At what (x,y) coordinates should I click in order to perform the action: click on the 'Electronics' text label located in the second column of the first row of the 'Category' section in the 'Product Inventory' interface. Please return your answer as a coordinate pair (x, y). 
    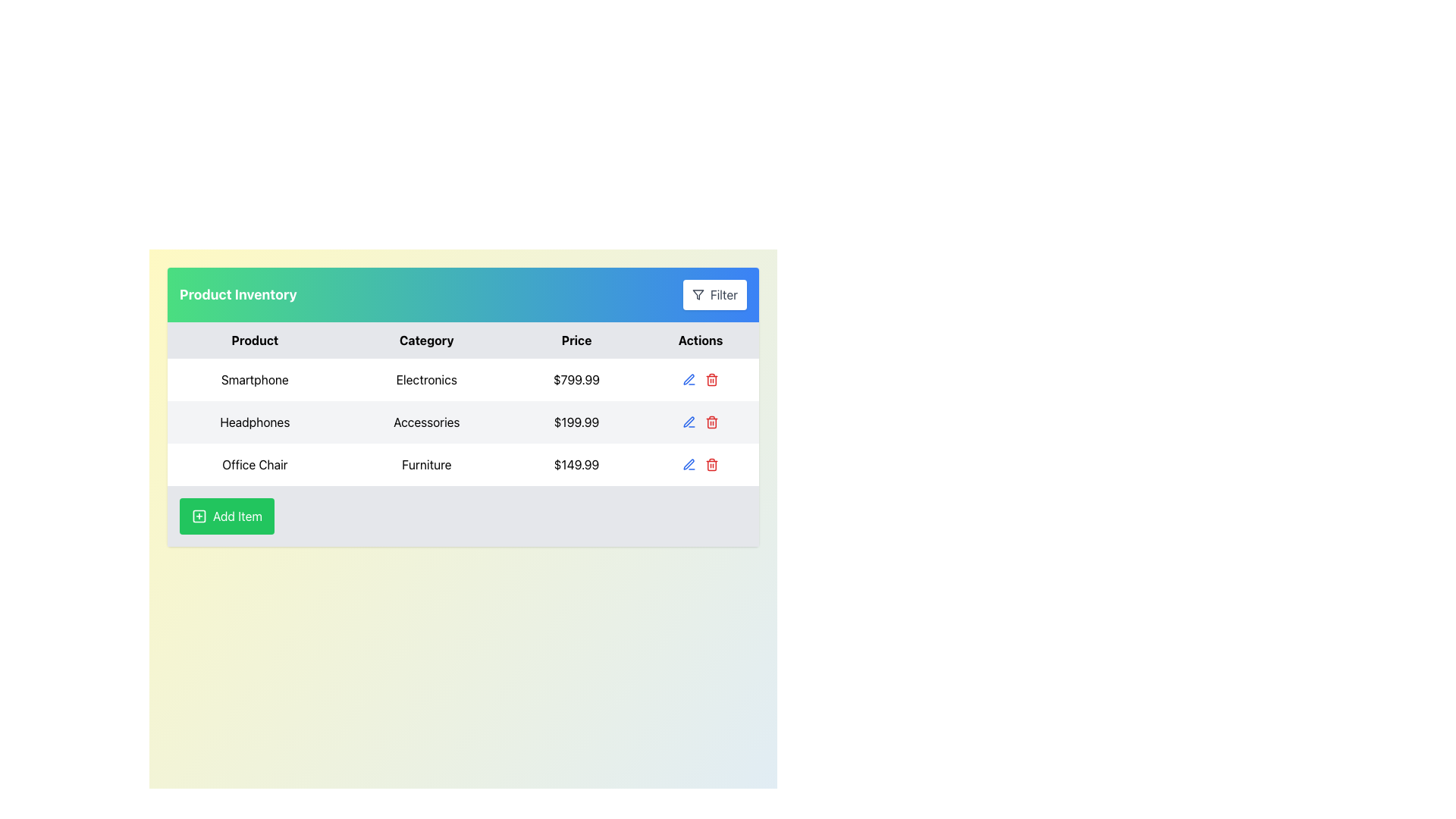
    Looking at the image, I should click on (425, 379).